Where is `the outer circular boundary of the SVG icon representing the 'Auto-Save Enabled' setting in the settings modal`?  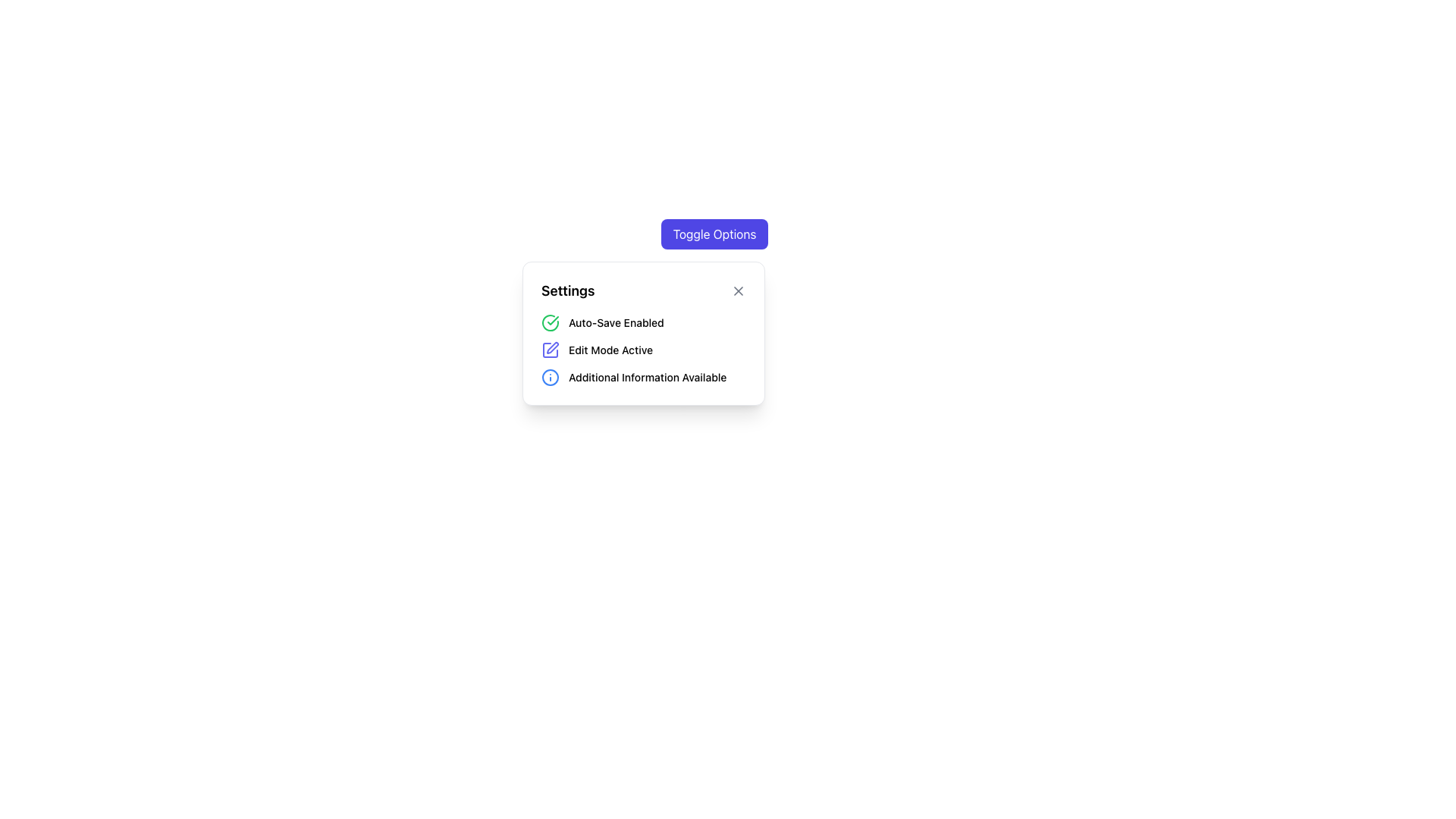 the outer circular boundary of the SVG icon representing the 'Auto-Save Enabled' setting in the settings modal is located at coordinates (549, 322).